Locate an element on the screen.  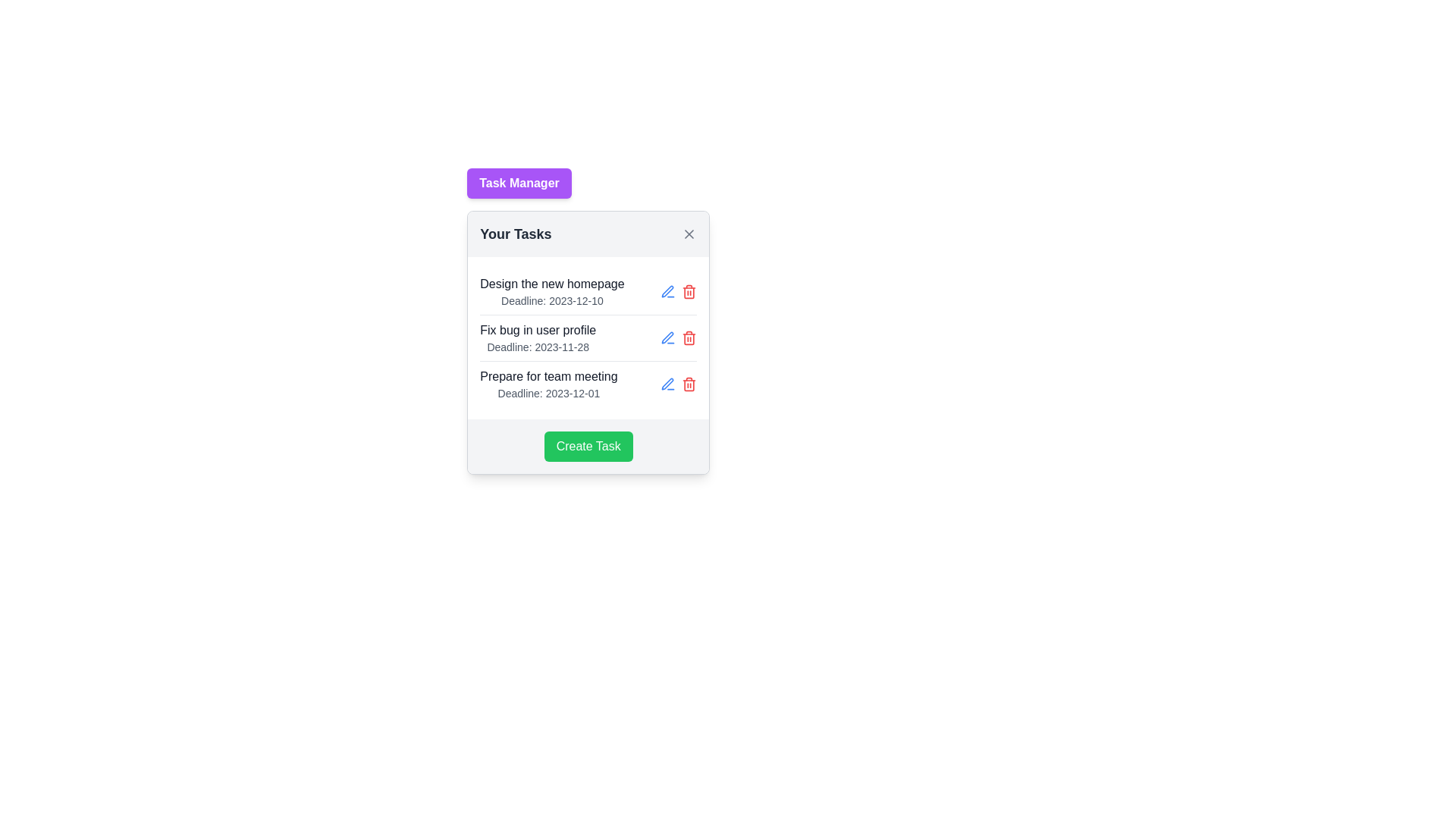
the deadline text label located below the title 'Design the new homepage' in the 'Your Tasks' popup interface is located at coordinates (551, 301).